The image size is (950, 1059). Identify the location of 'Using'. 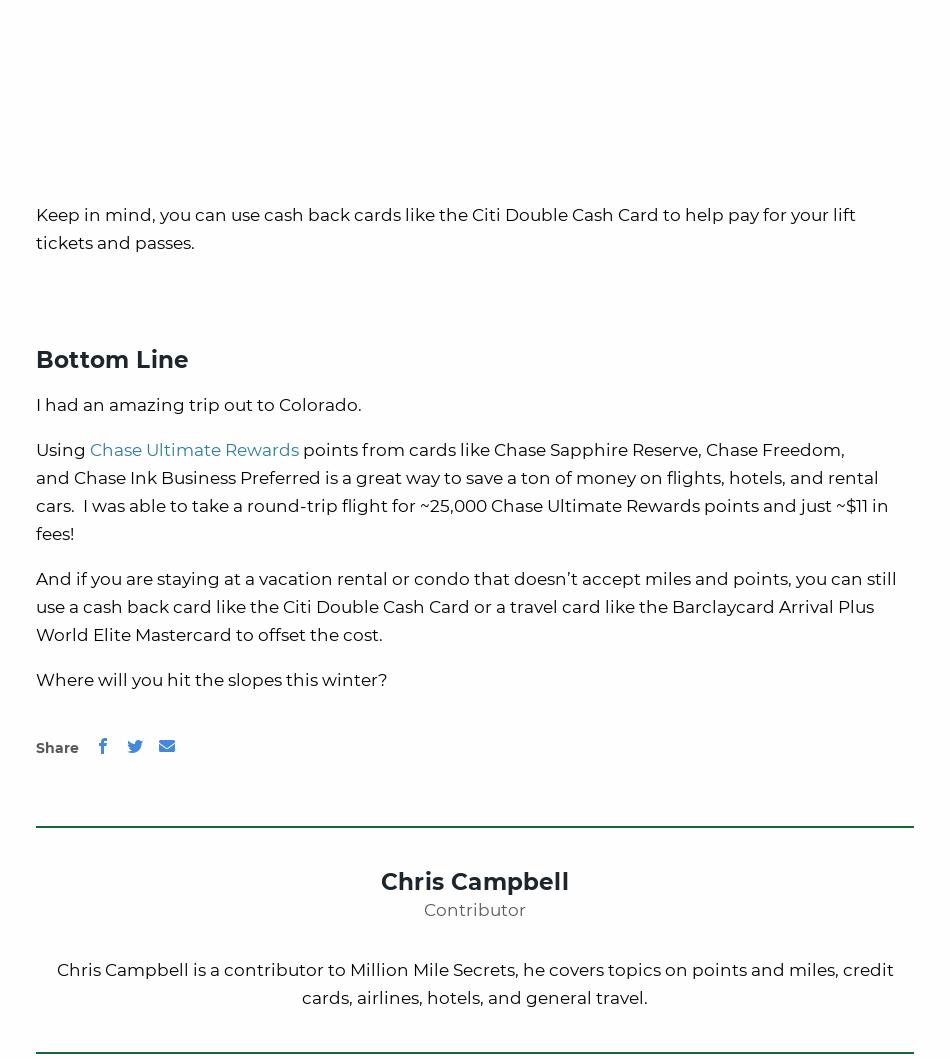
(36, 449).